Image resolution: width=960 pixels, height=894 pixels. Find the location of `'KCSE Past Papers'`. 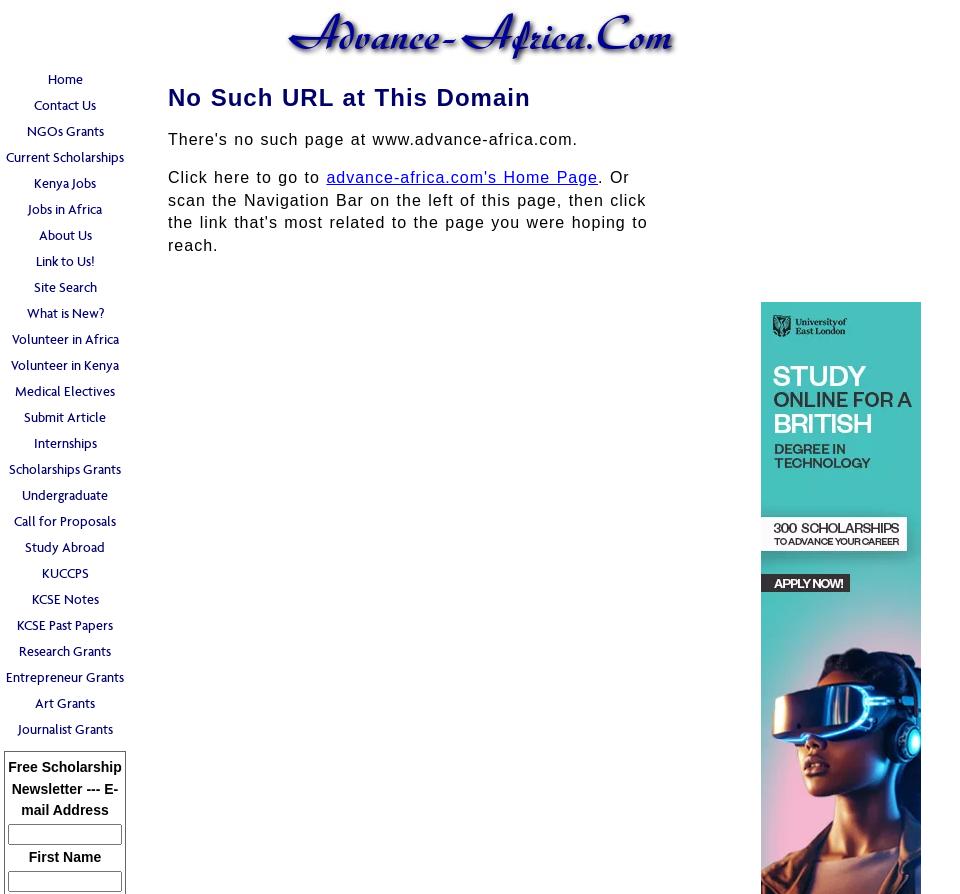

'KCSE Past Papers' is located at coordinates (64, 625).